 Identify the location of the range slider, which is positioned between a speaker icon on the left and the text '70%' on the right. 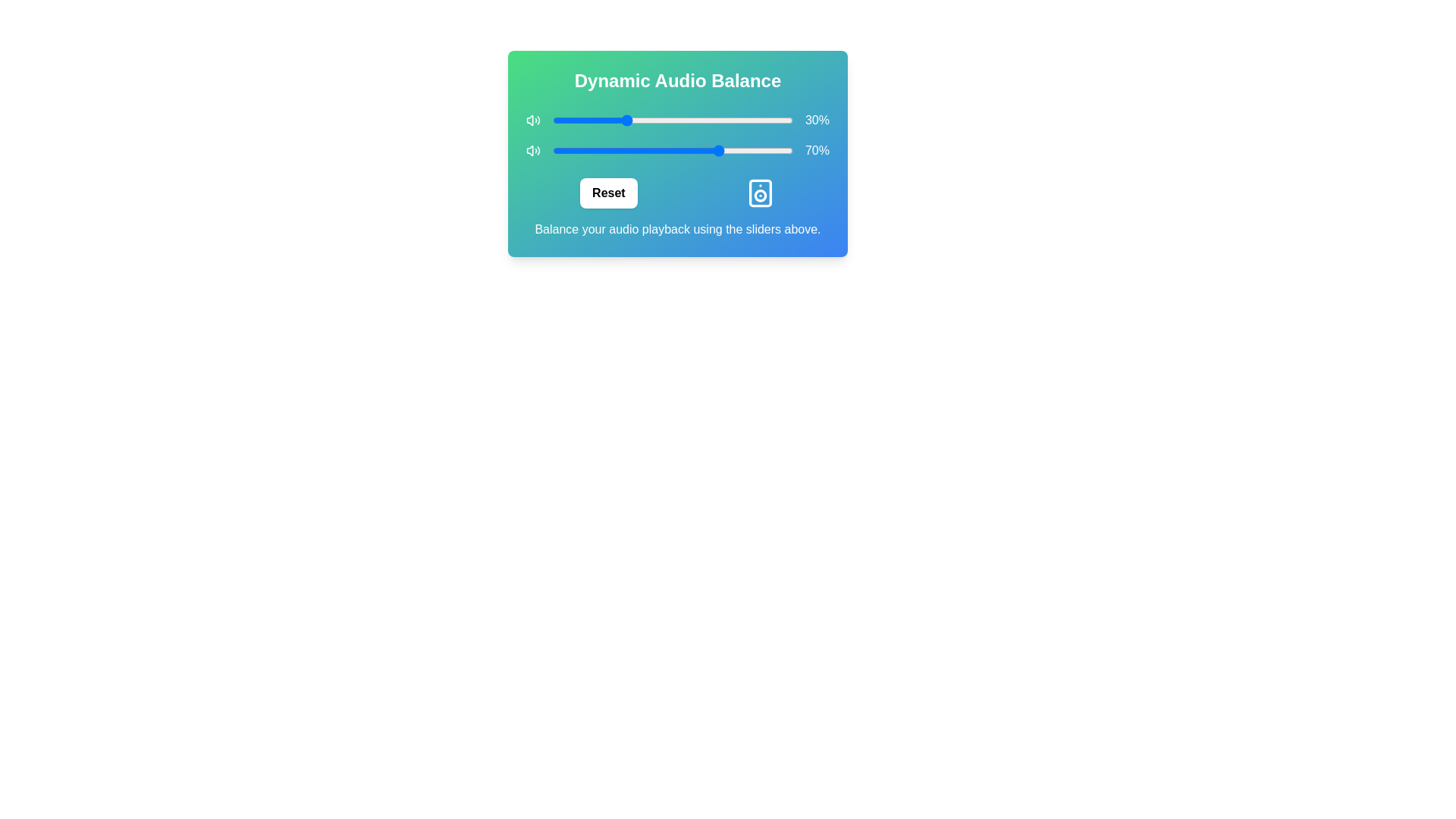
(672, 151).